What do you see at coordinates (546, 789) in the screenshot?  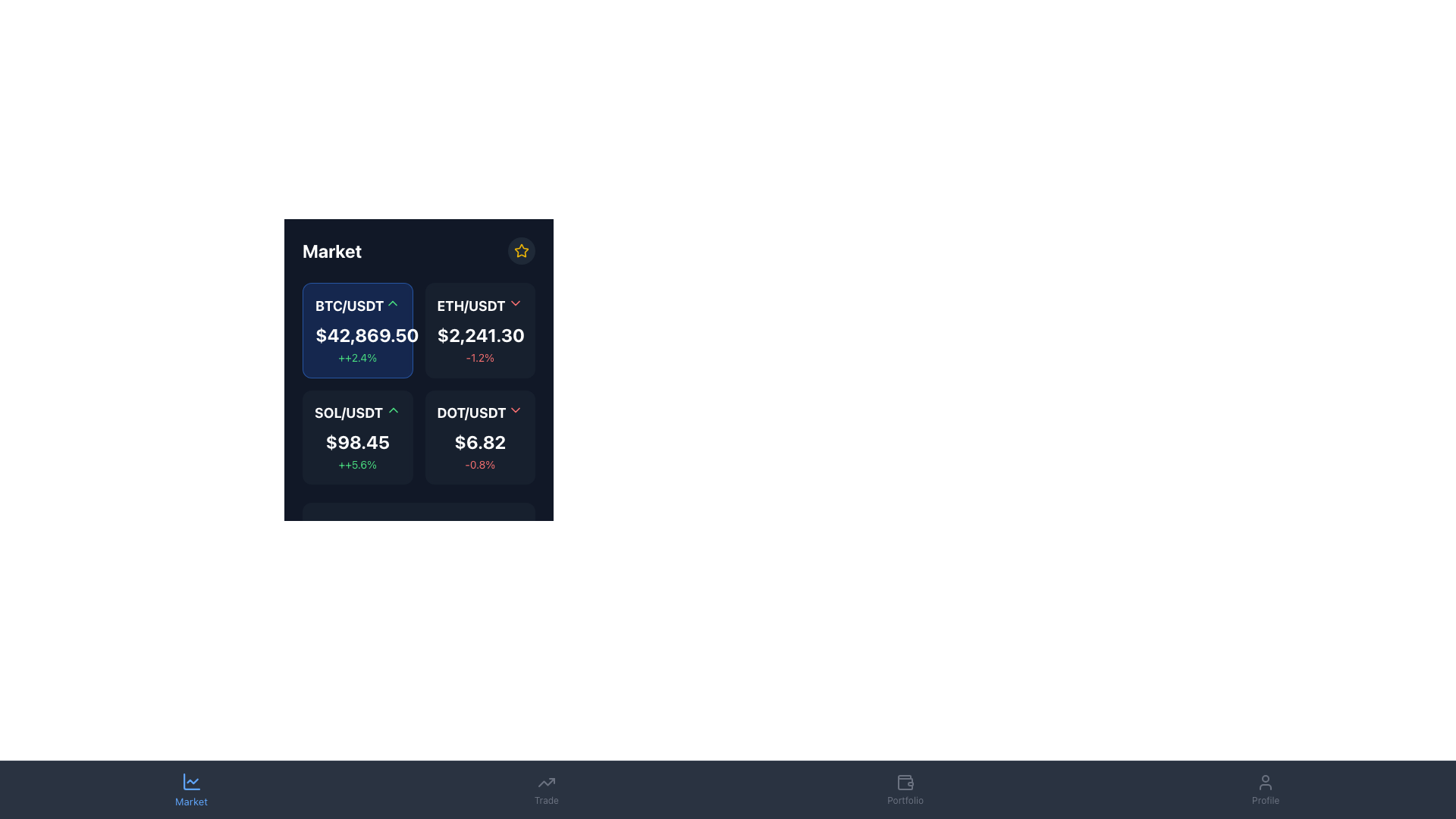 I see `the 'Trade' button located in the bottom navigation bar` at bounding box center [546, 789].